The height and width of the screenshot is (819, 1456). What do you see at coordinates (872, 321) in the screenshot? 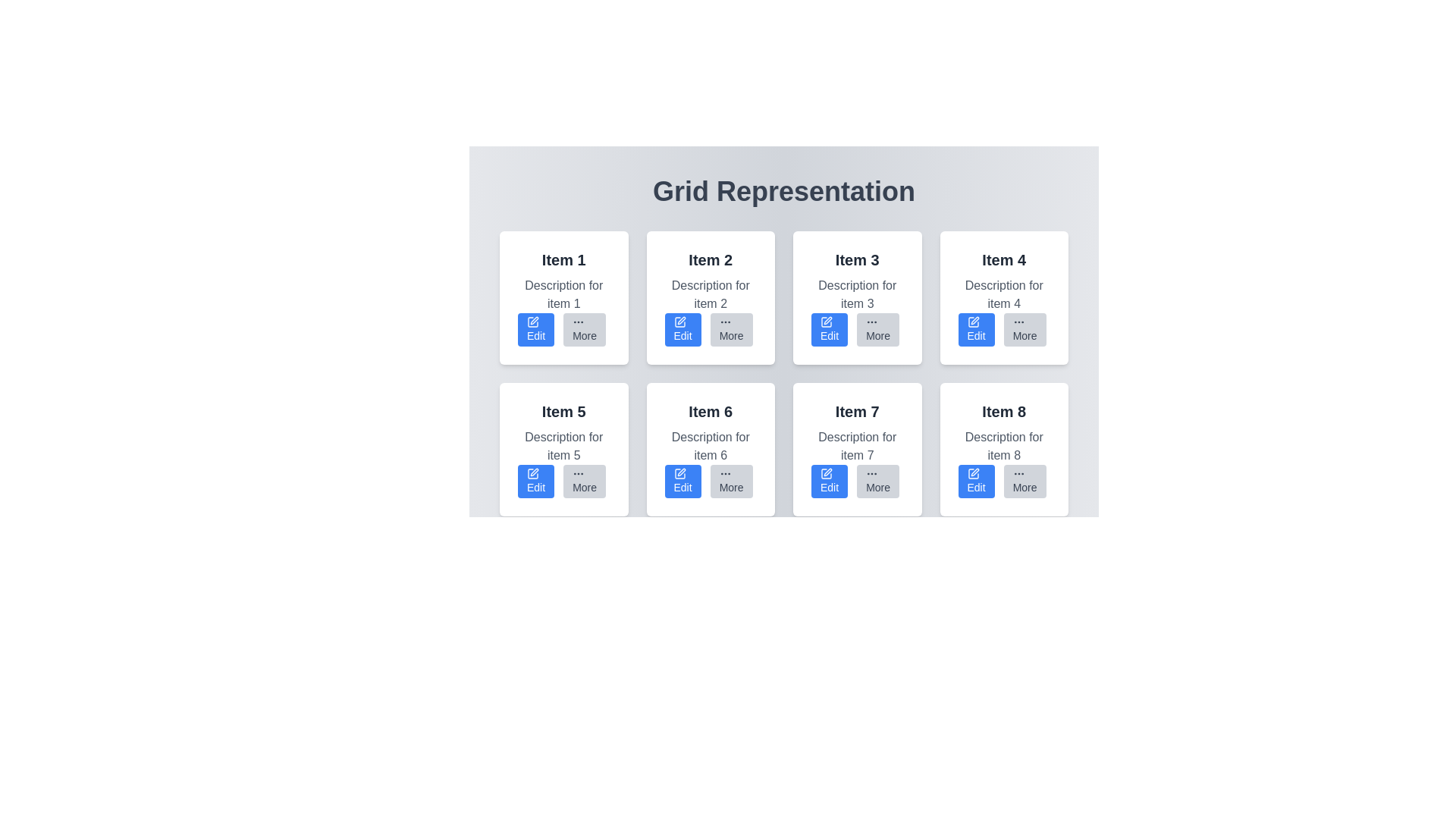
I see `the ellipsis icon of the 'More' button under the card labeled 'Item 3' in the grid layout to interact with additional options` at bounding box center [872, 321].